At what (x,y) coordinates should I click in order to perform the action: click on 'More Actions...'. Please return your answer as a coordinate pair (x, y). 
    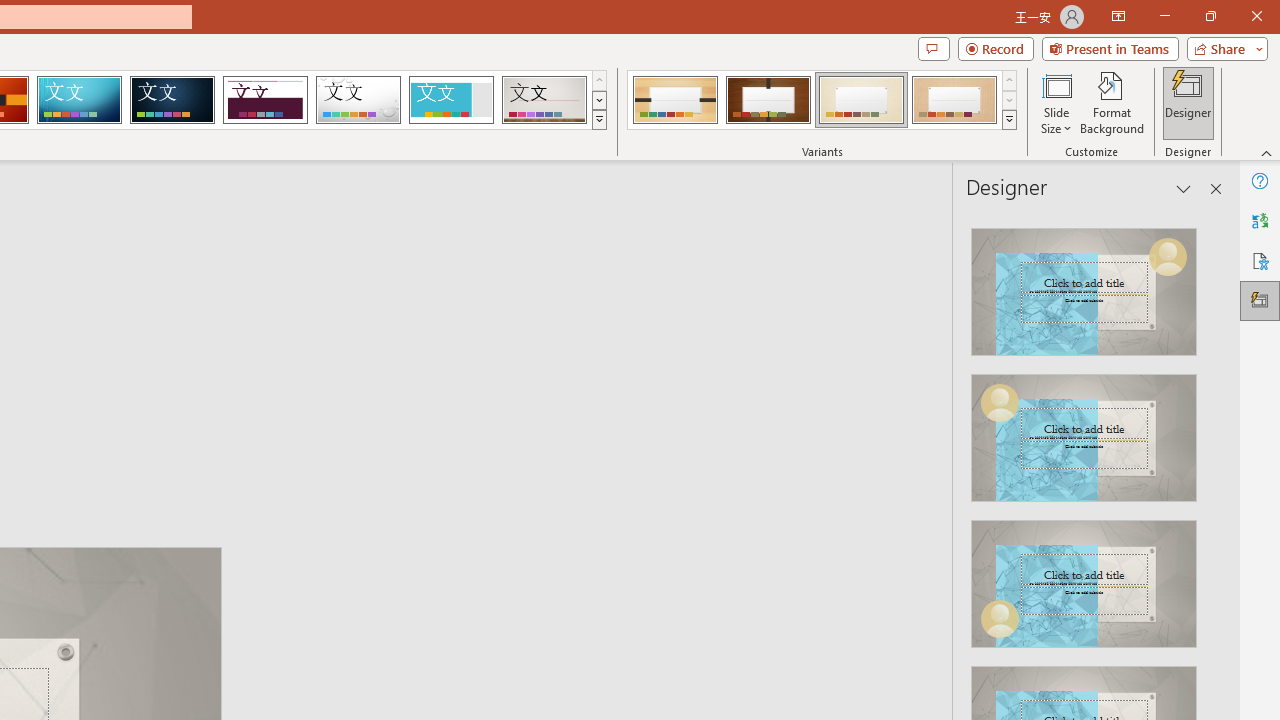
    Looking at the image, I should click on (1229, 320).